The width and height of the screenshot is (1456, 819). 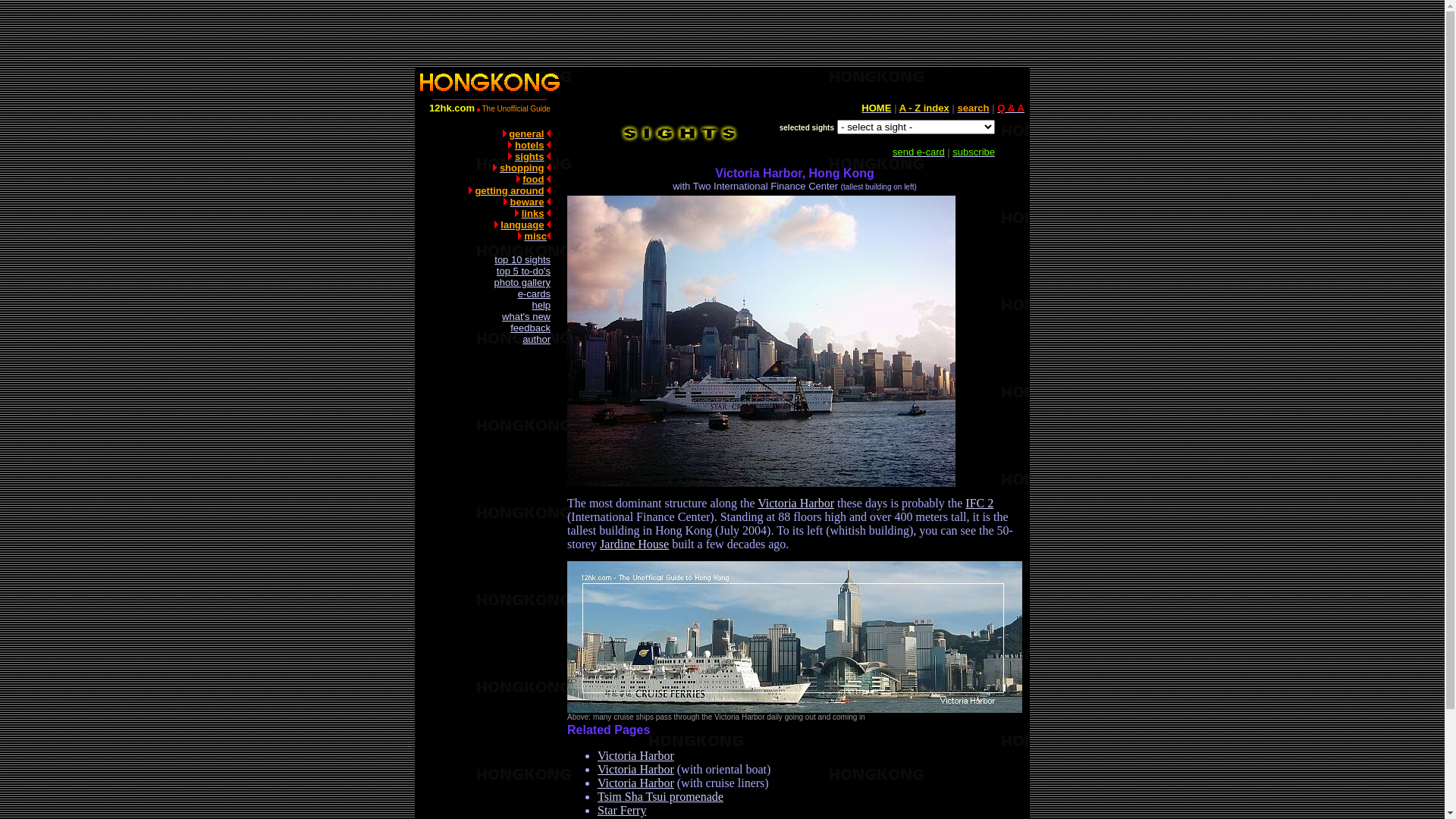 I want to click on 'top 10 sights', so click(x=522, y=259).